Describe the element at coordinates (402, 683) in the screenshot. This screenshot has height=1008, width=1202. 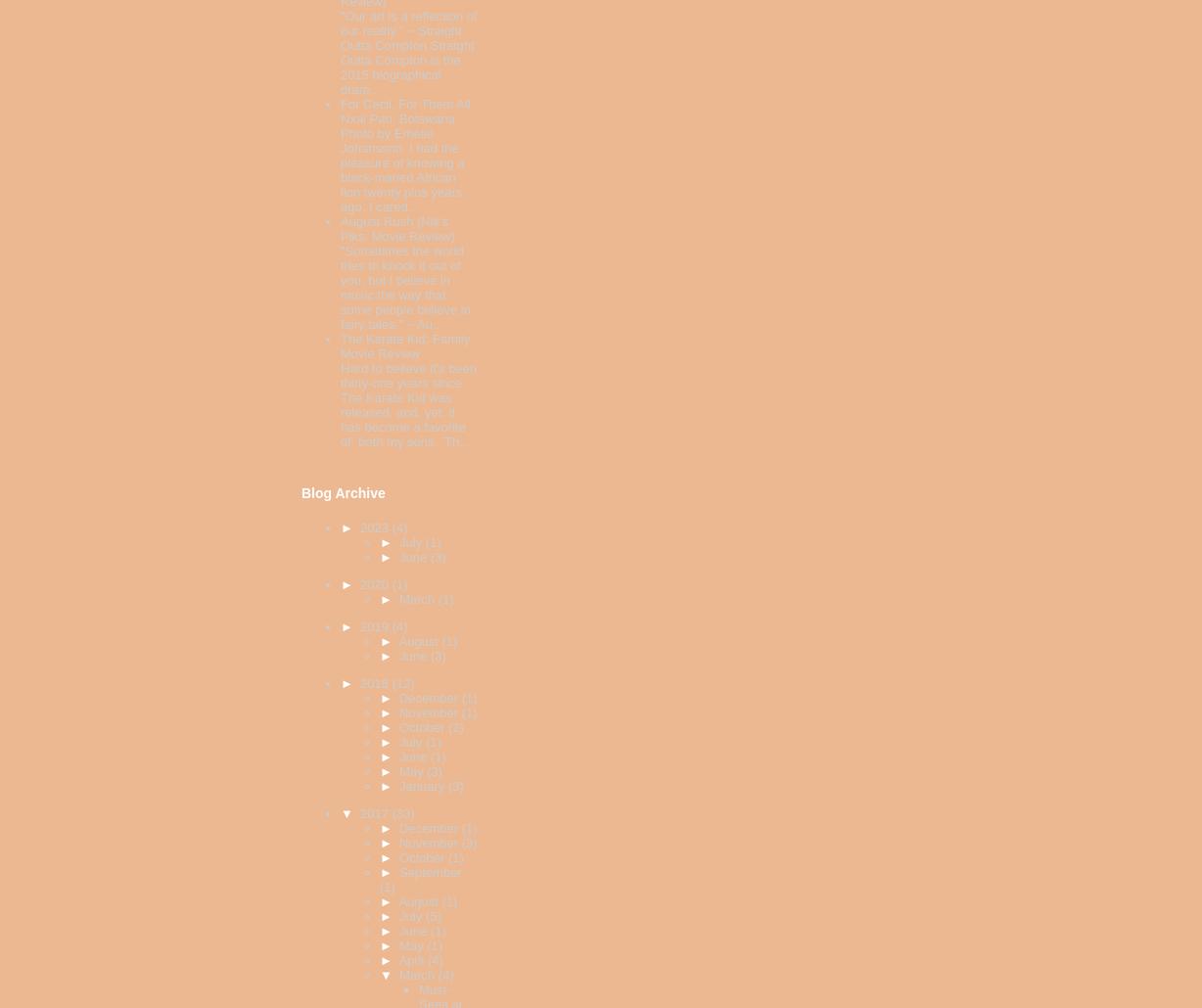
I see `'(12)'` at that location.